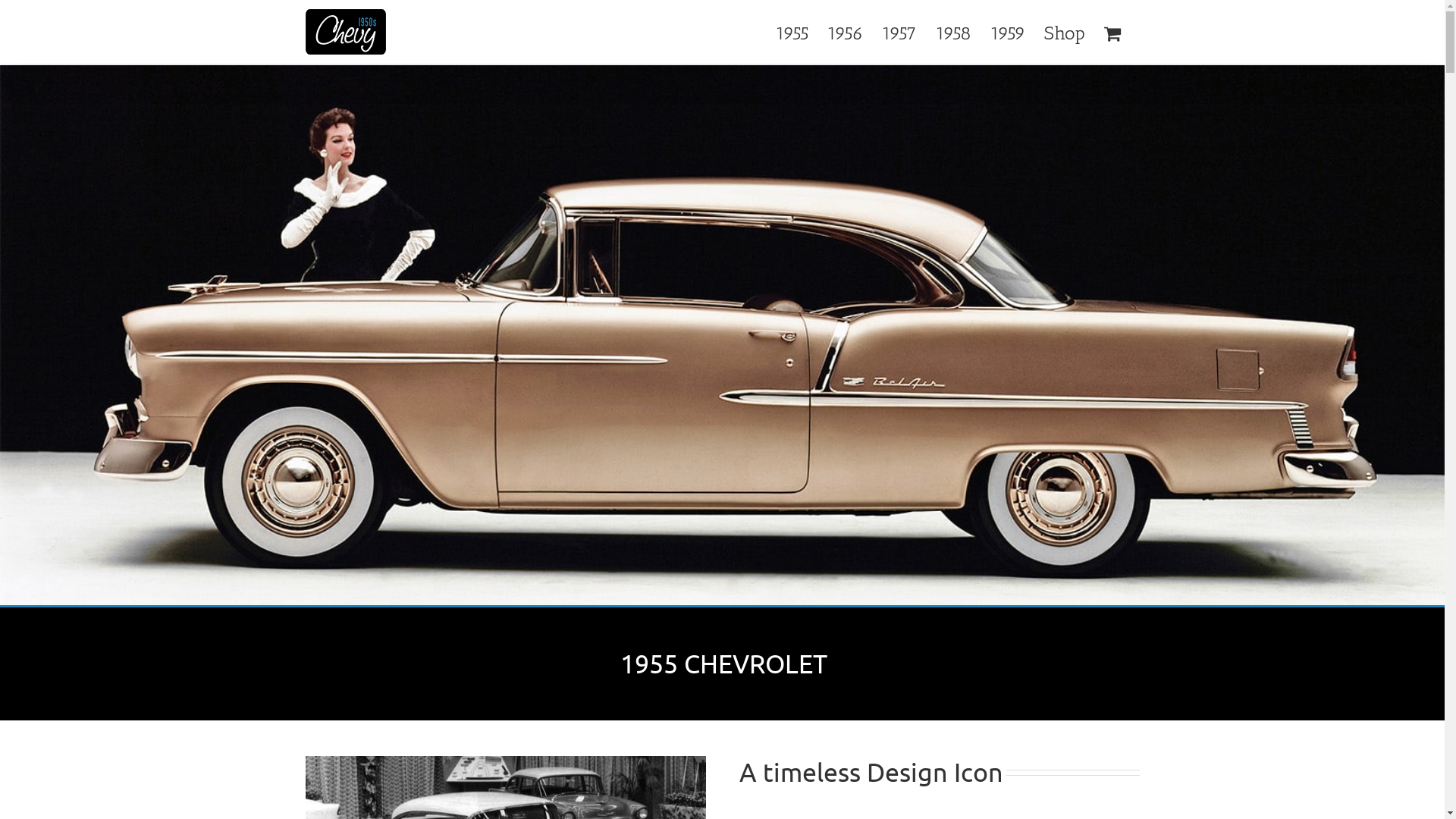  What do you see at coordinates (1008, 32) in the screenshot?
I see `'1959'` at bounding box center [1008, 32].